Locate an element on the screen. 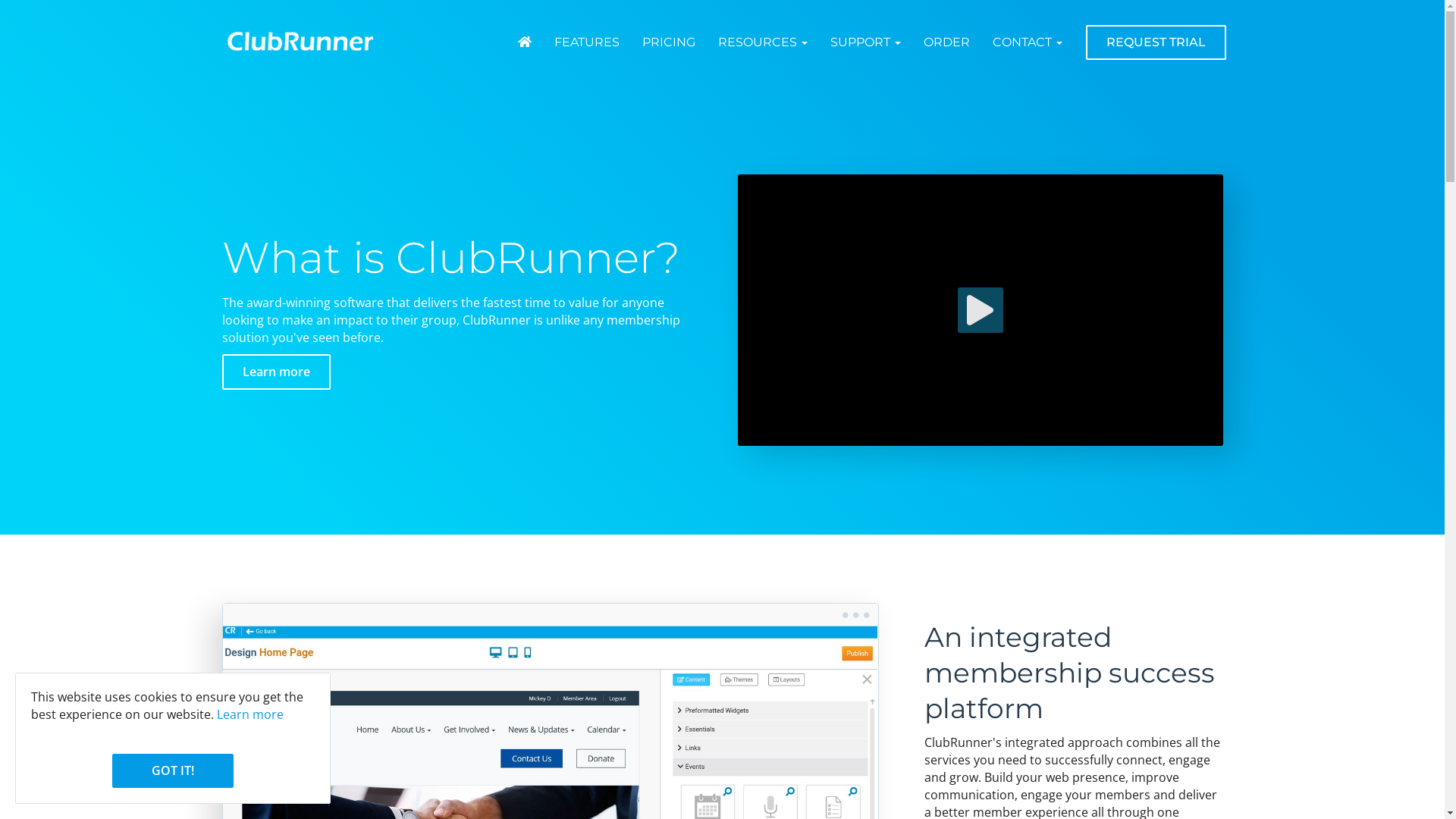 The height and width of the screenshot is (819, 1456). 'REQUEST TRIAL' is located at coordinates (1155, 42).